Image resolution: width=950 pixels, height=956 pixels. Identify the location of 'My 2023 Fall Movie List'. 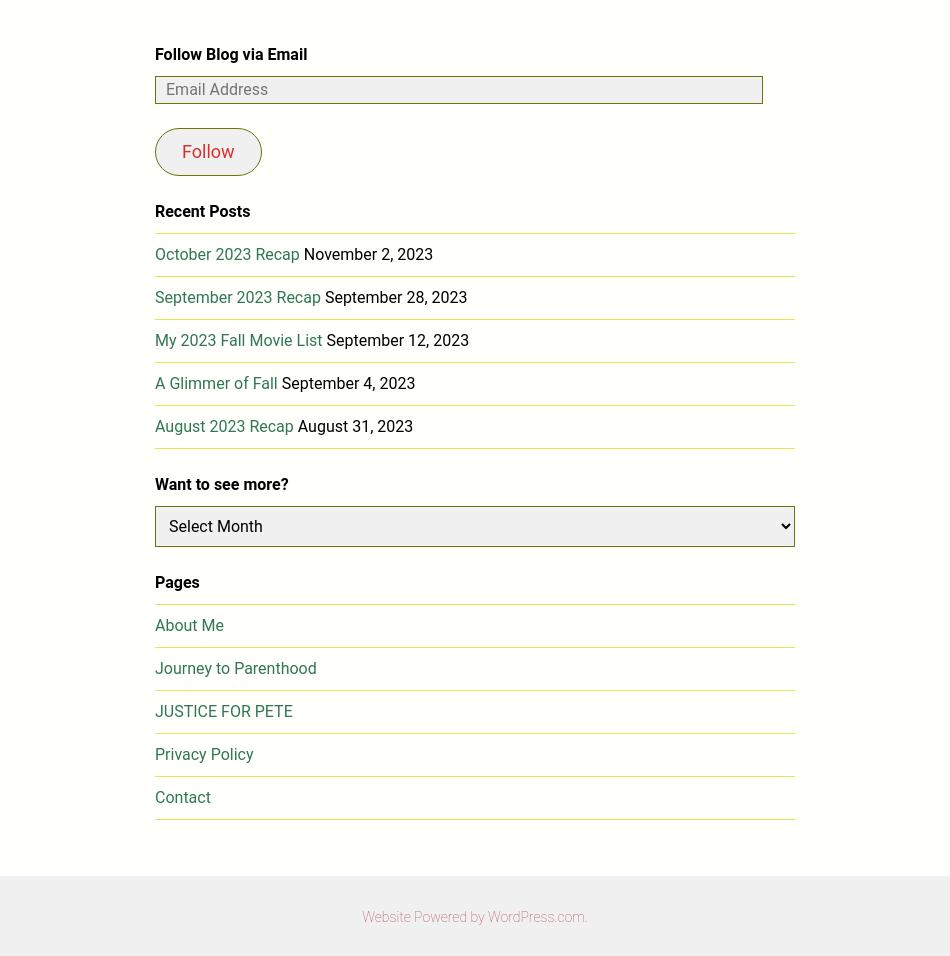
(238, 338).